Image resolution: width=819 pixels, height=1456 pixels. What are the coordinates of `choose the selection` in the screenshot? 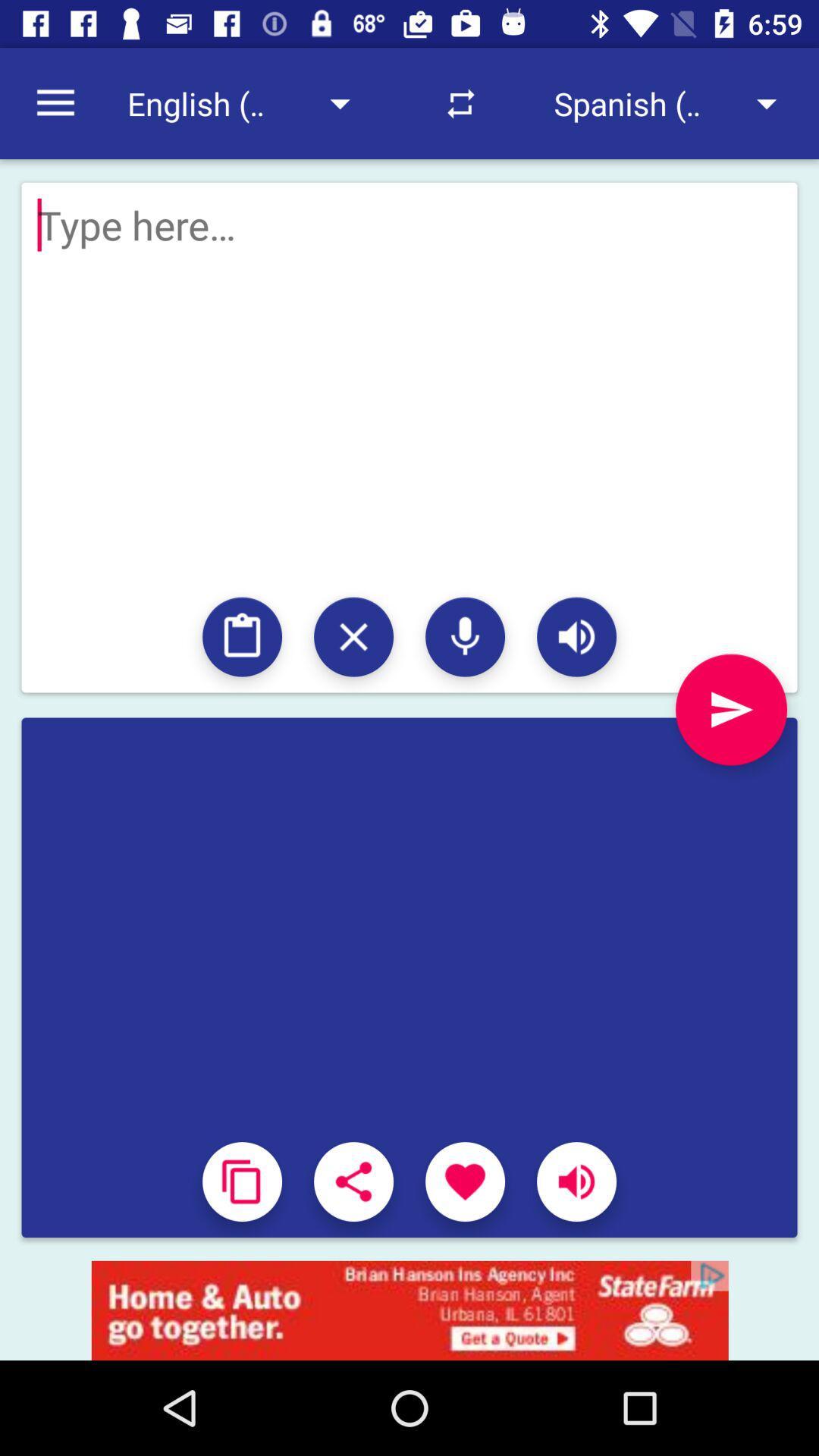 It's located at (353, 1181).